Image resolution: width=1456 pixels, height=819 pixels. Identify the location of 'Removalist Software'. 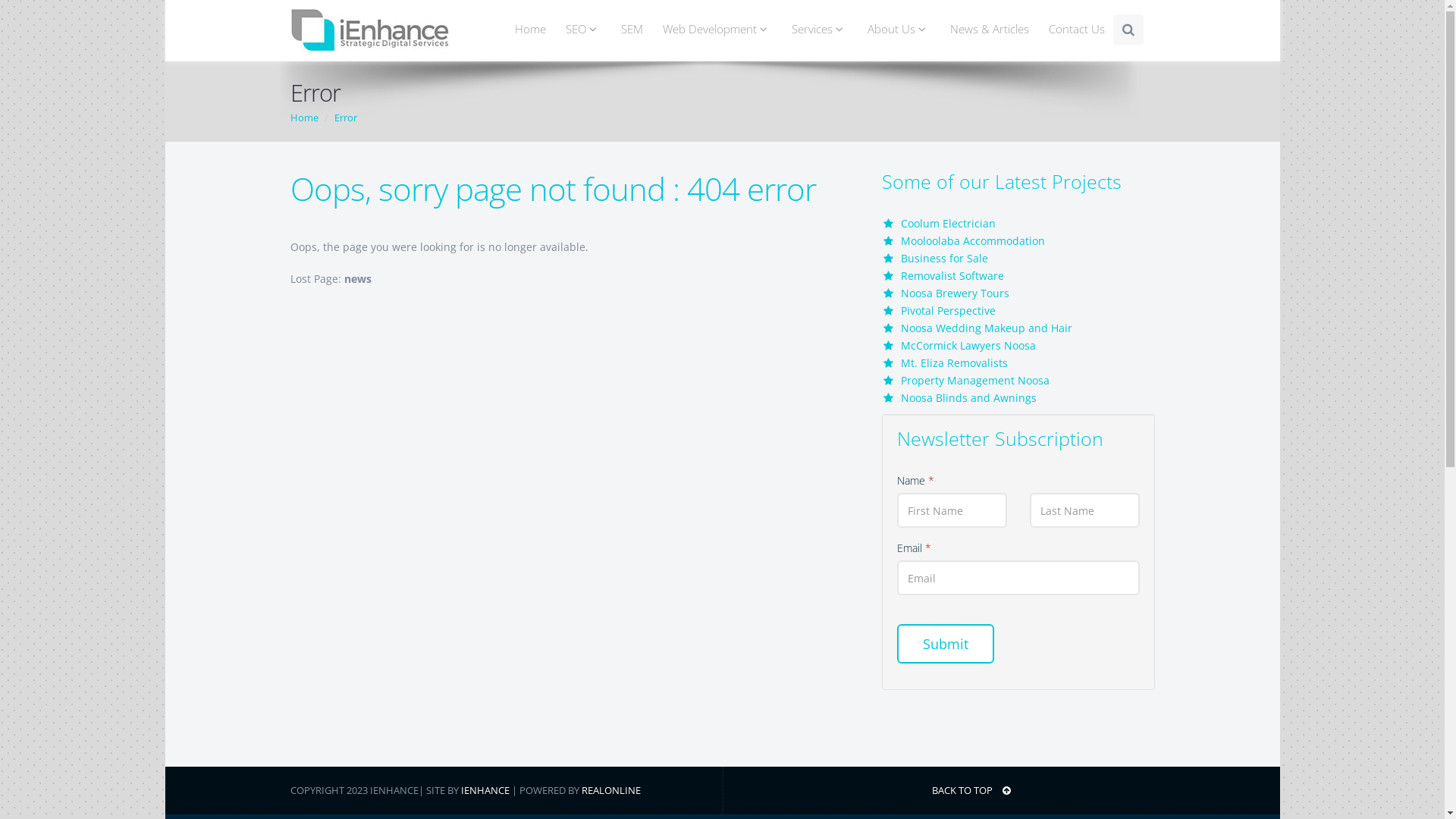
(952, 275).